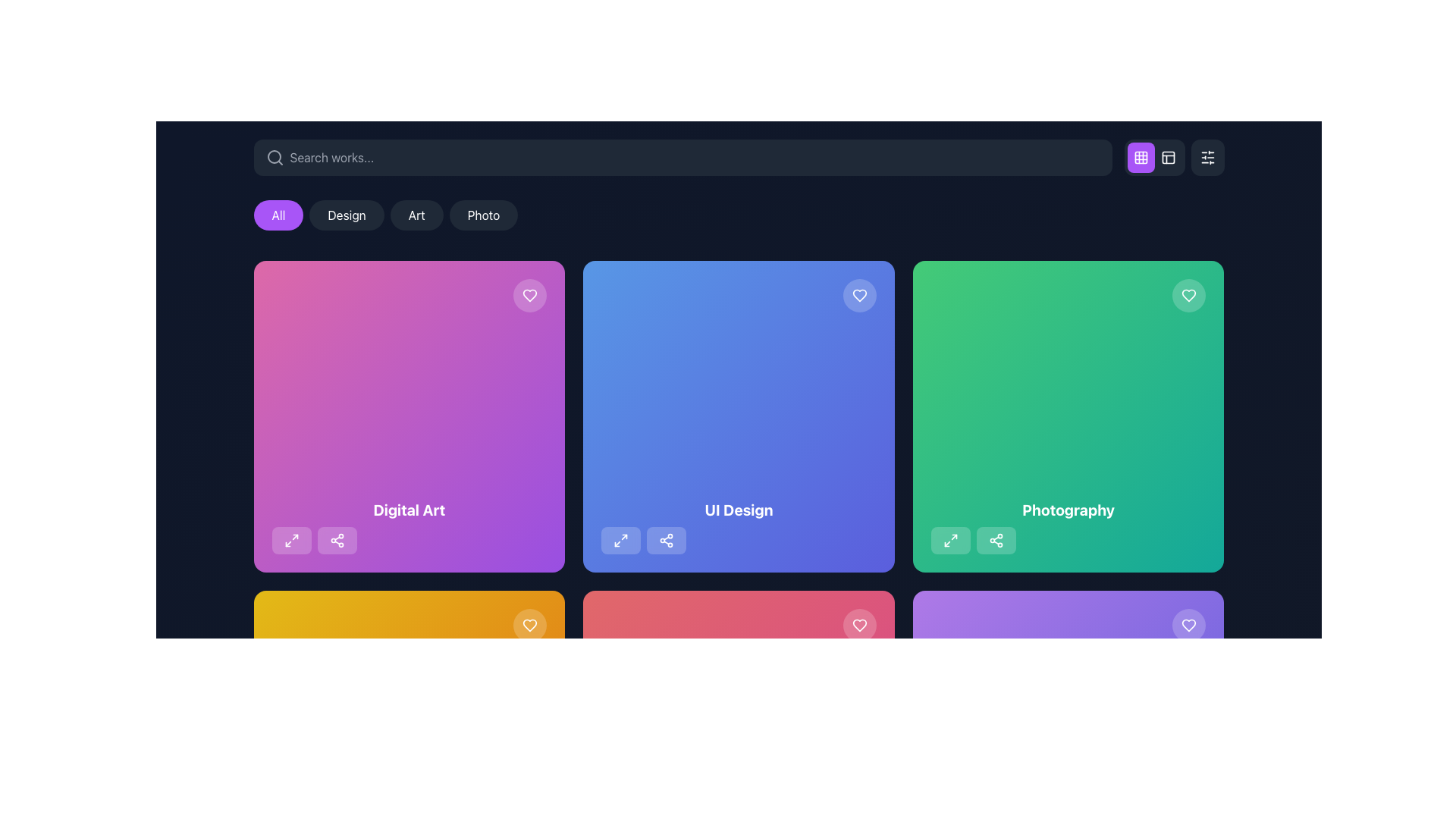 This screenshot has height=819, width=1456. What do you see at coordinates (274, 157) in the screenshot?
I see `the SVG circle graphic within the magnifying glass icon, which is located to the left of the search input field, to inspect it` at bounding box center [274, 157].